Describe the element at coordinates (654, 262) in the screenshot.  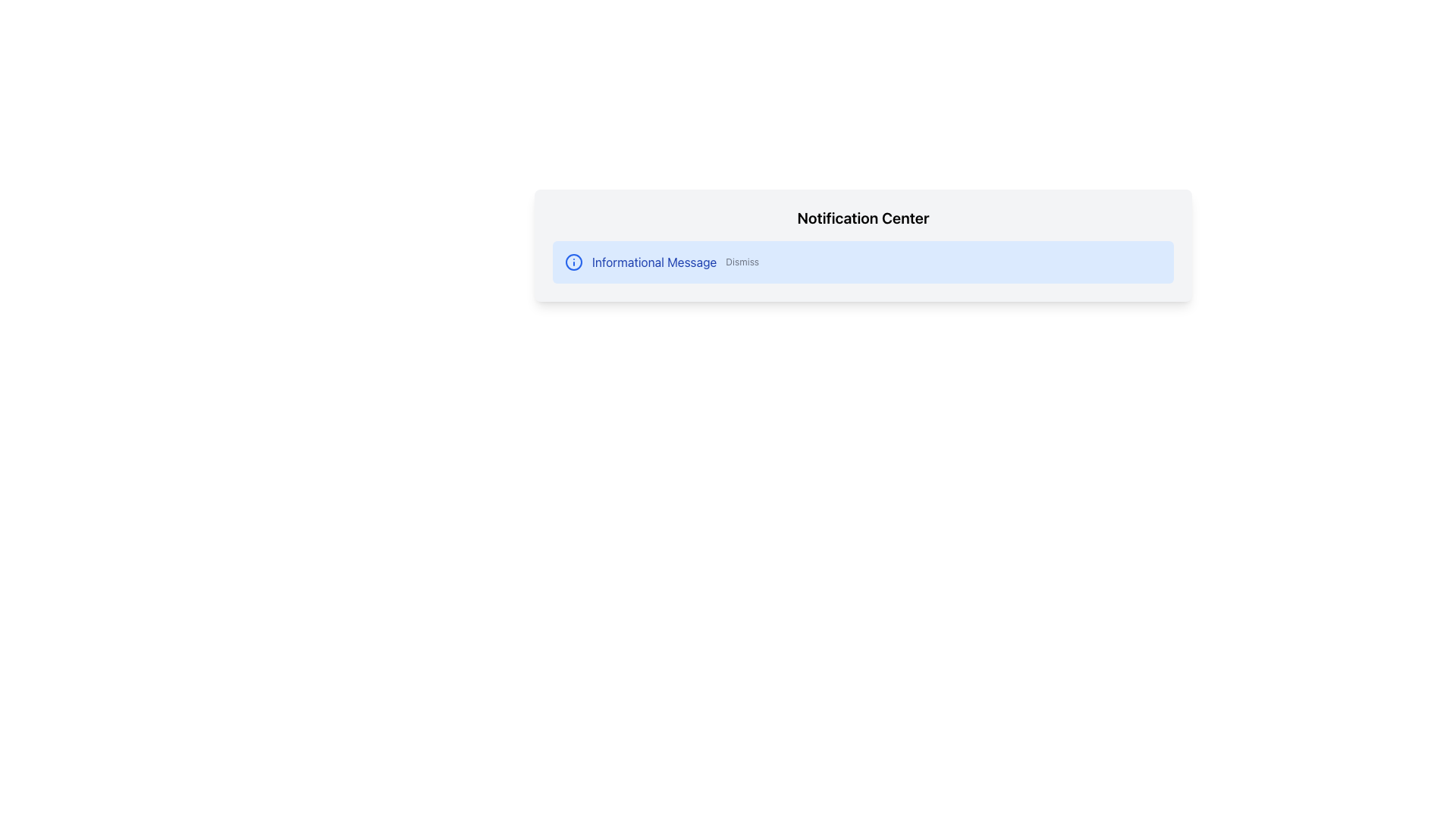
I see `the Text Label located between the informational icon and the 'Dismiss' action link within the notification panel` at that location.